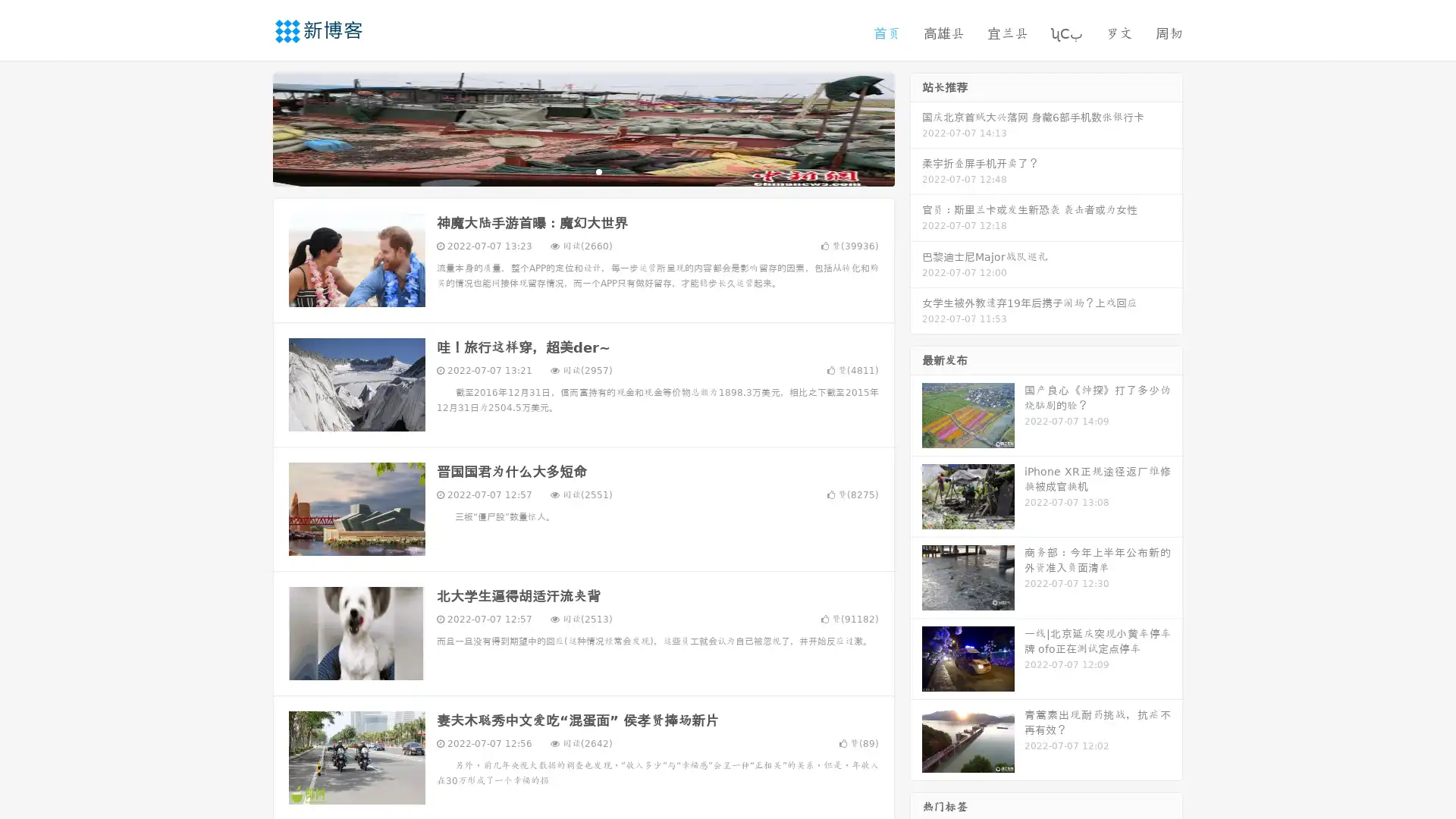  What do you see at coordinates (567, 171) in the screenshot?
I see `Go to slide 1` at bounding box center [567, 171].